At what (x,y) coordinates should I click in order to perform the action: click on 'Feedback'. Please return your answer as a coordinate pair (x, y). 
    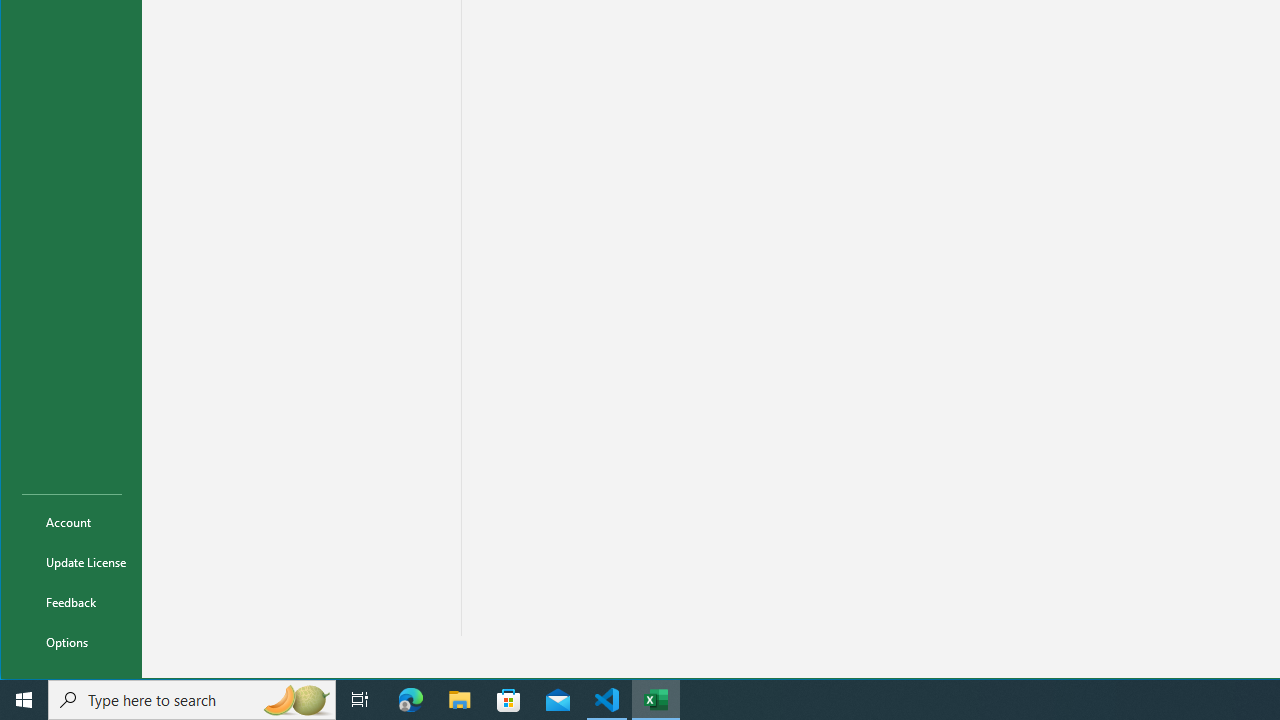
    Looking at the image, I should click on (72, 600).